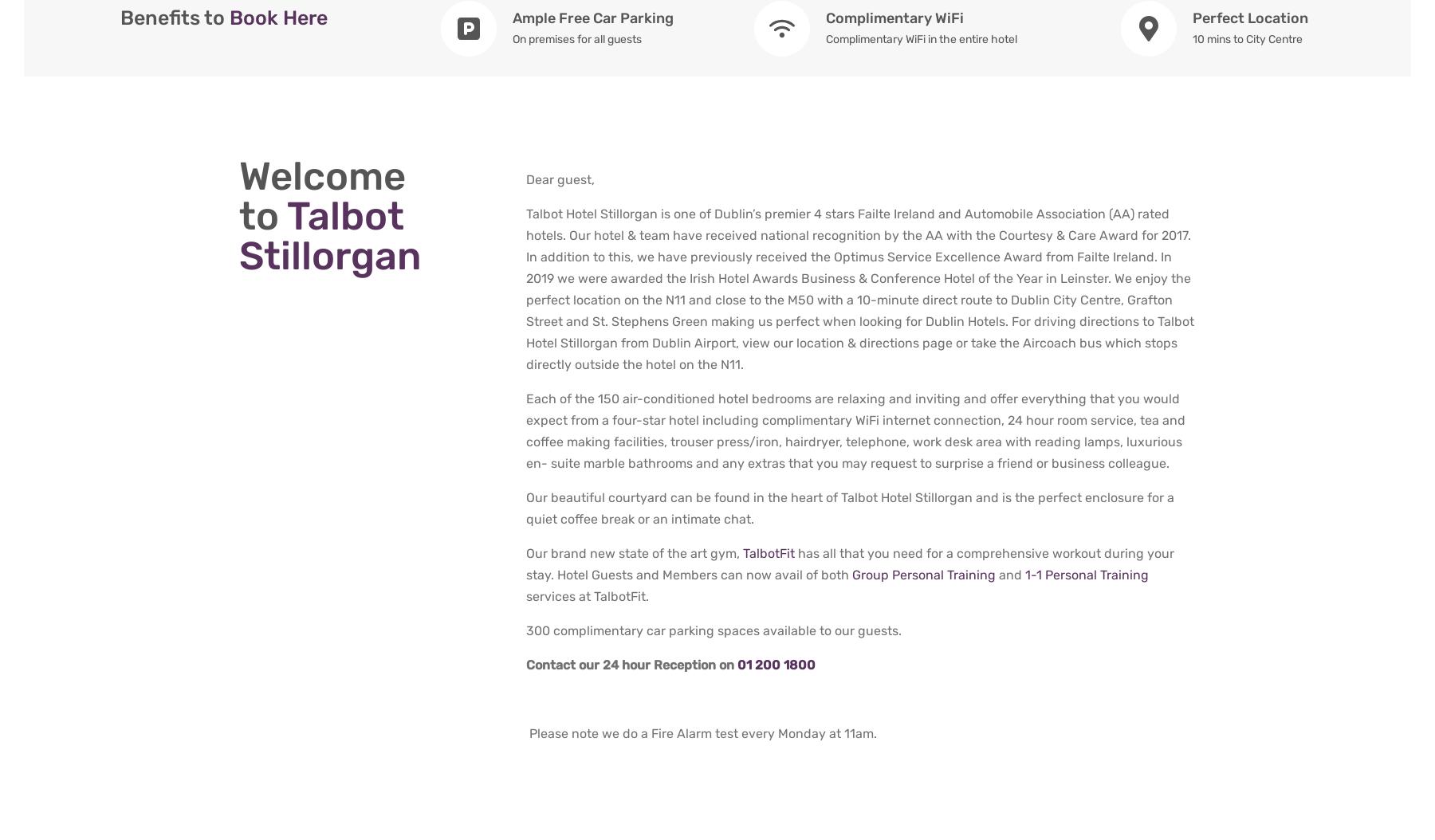 The image size is (1435, 840). What do you see at coordinates (768, 552) in the screenshot?
I see `'TalbotFit'` at bounding box center [768, 552].